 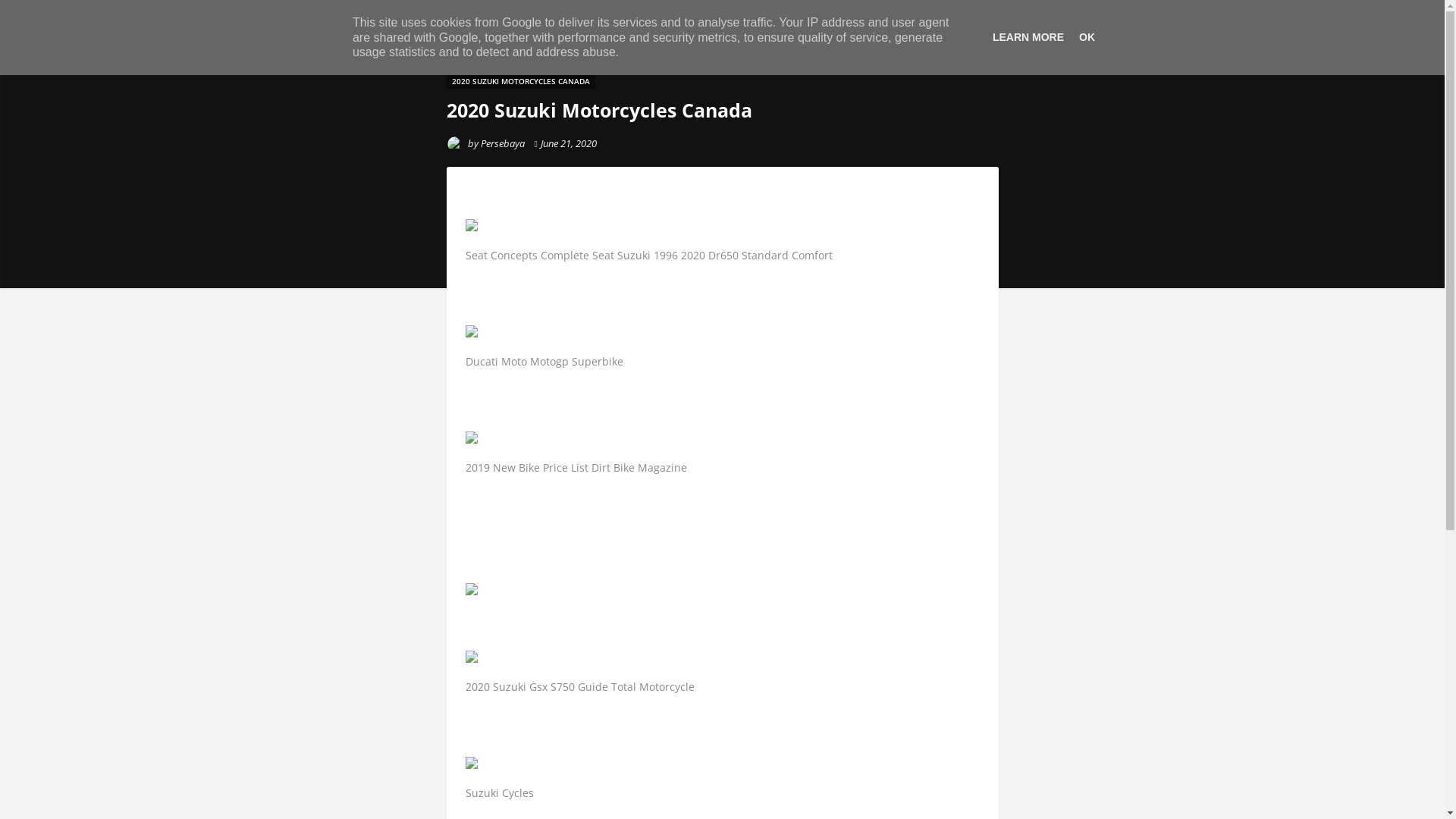 What do you see at coordinates (502, 143) in the screenshot?
I see `'Persebaya'` at bounding box center [502, 143].